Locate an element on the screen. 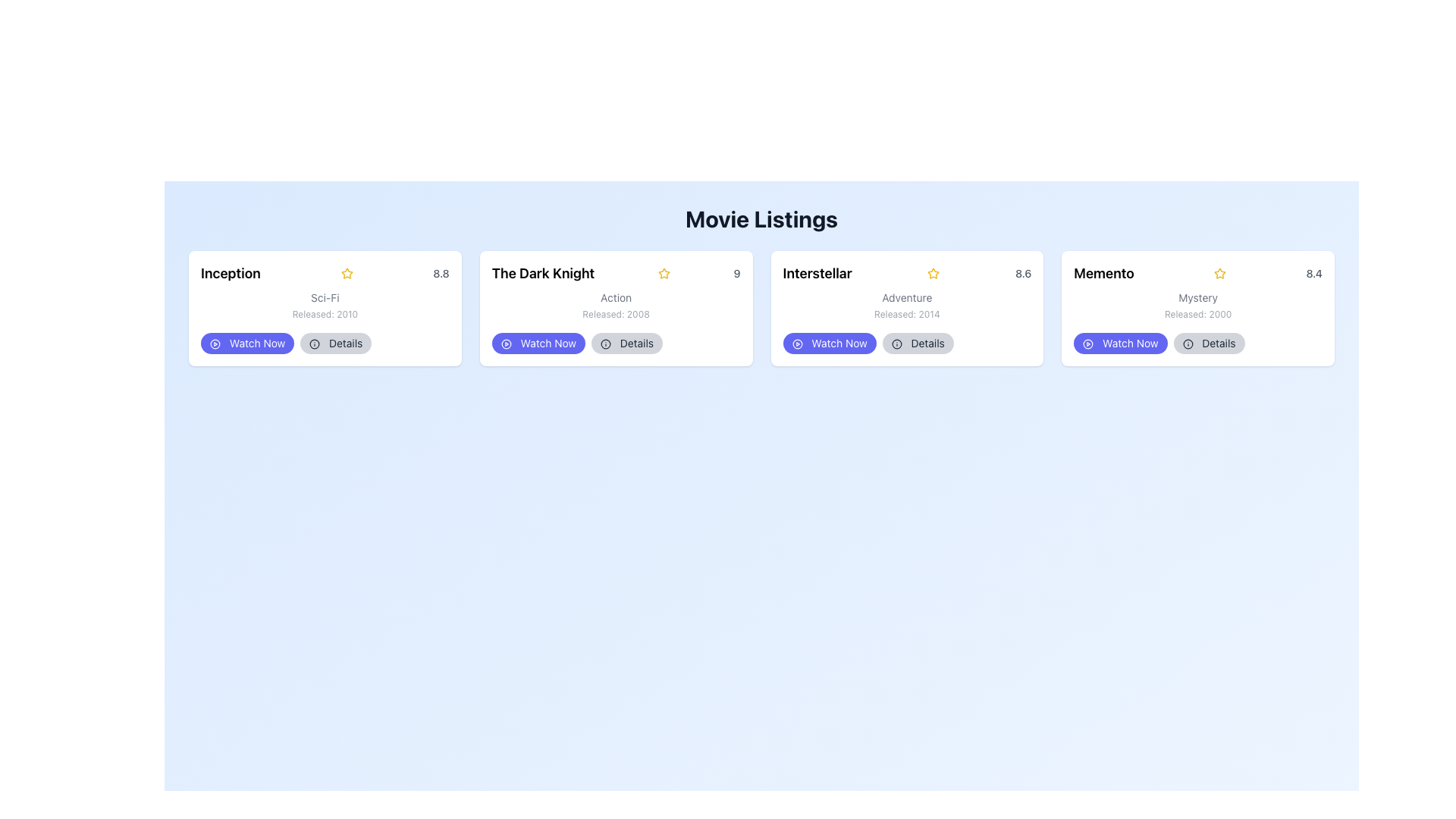 The width and height of the screenshot is (1456, 819). the information icon within the 'Details' button for the movie 'Memento', which is the fourth movie card in the interface is located at coordinates (1187, 344).